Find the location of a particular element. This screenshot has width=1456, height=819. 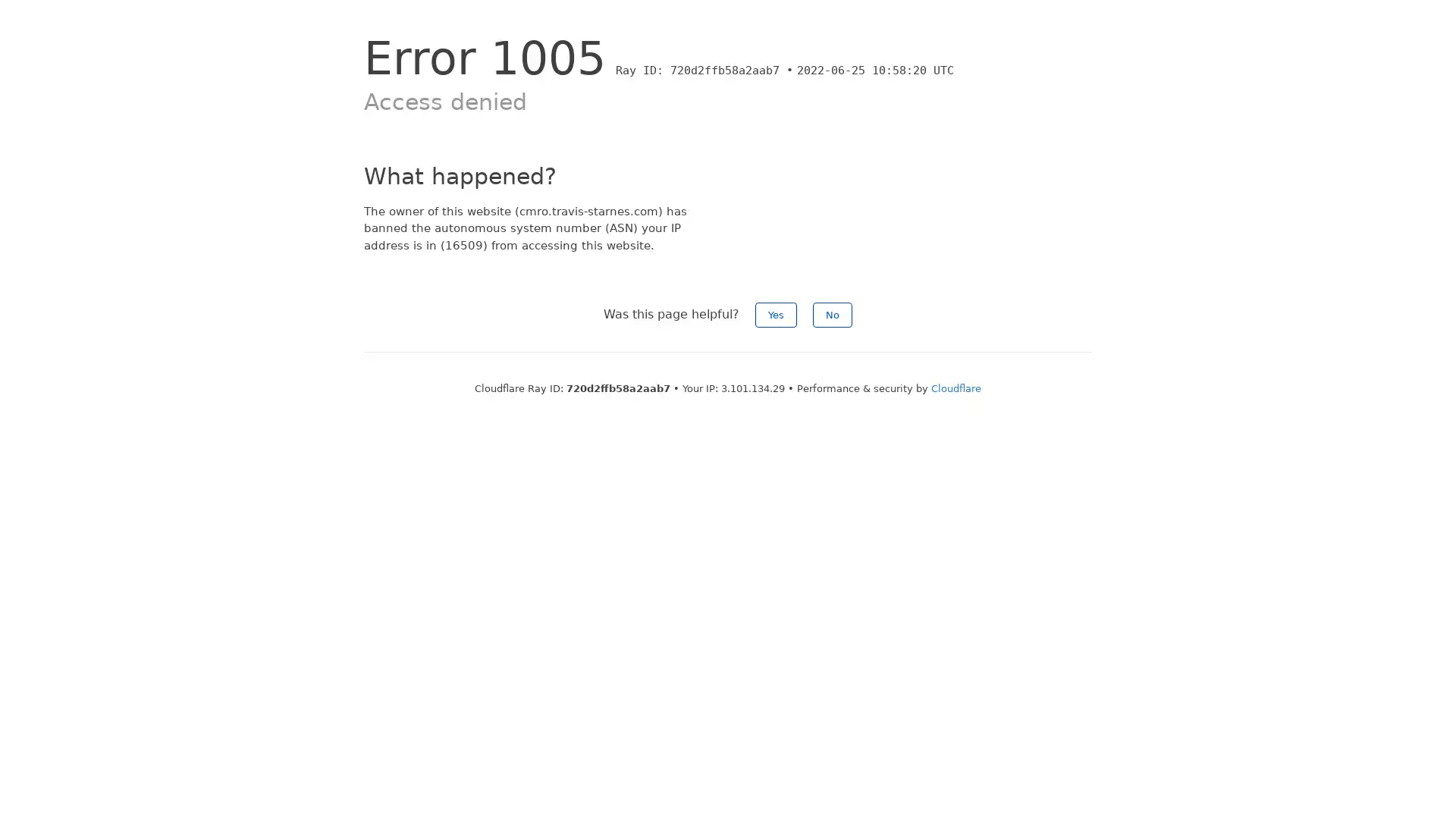

No is located at coordinates (832, 314).